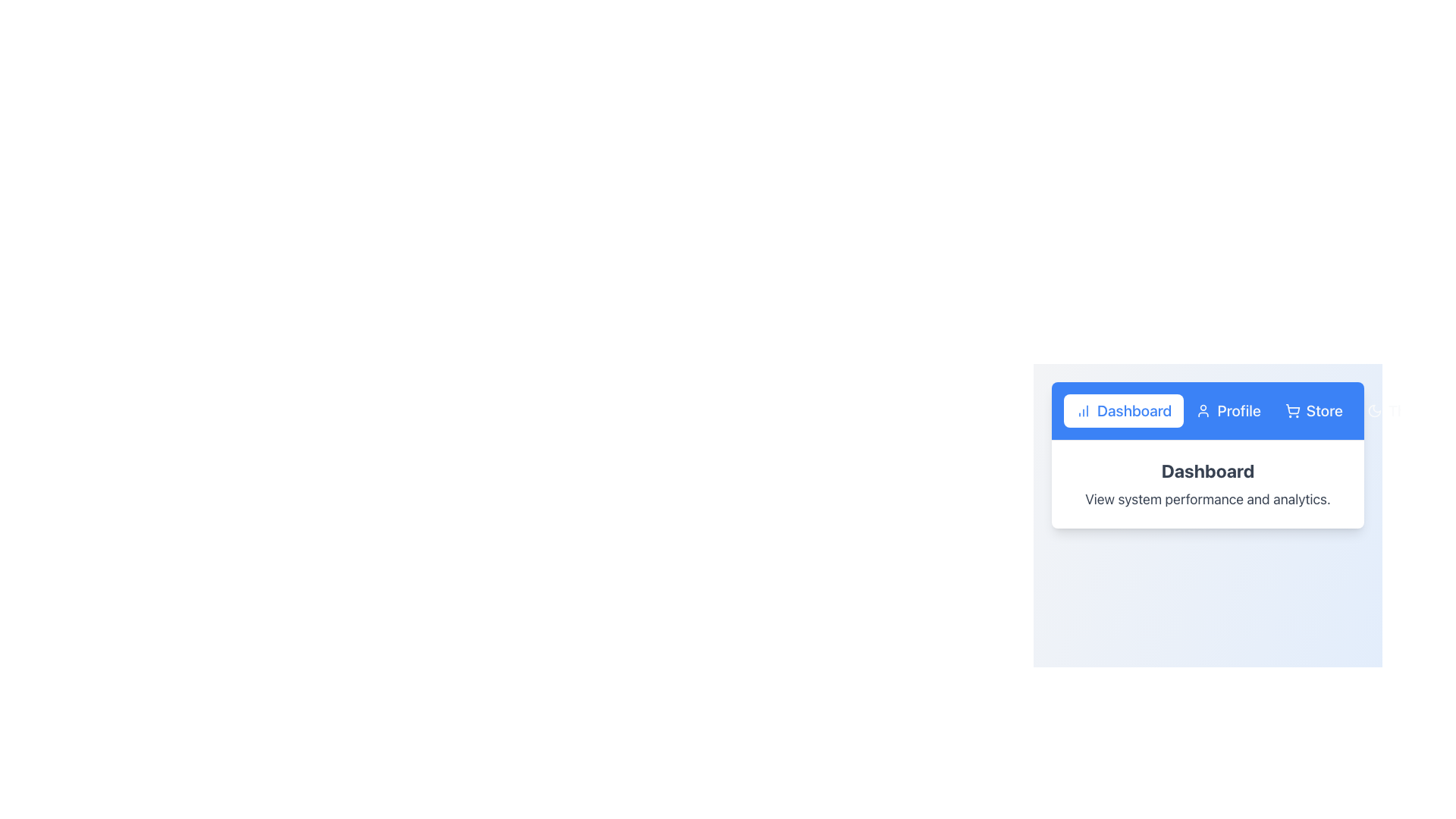 This screenshot has height=819, width=1456. What do you see at coordinates (1228, 411) in the screenshot?
I see `the second button in the horizontal navigation bar` at bounding box center [1228, 411].